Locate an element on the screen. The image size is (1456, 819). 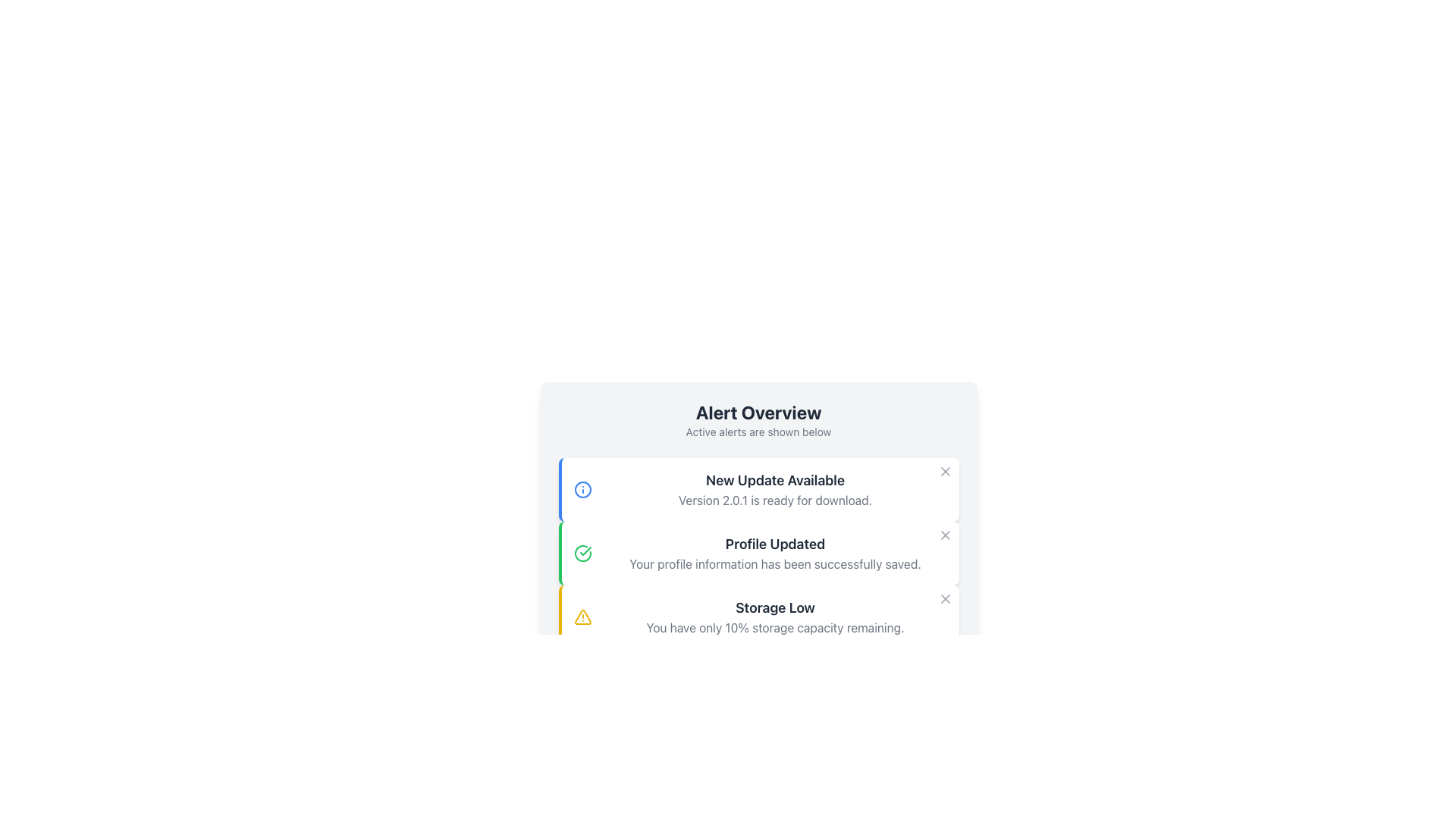
the checkmark symbol within the second alert notification card that indicates a successfully updated profile is located at coordinates (585, 551).